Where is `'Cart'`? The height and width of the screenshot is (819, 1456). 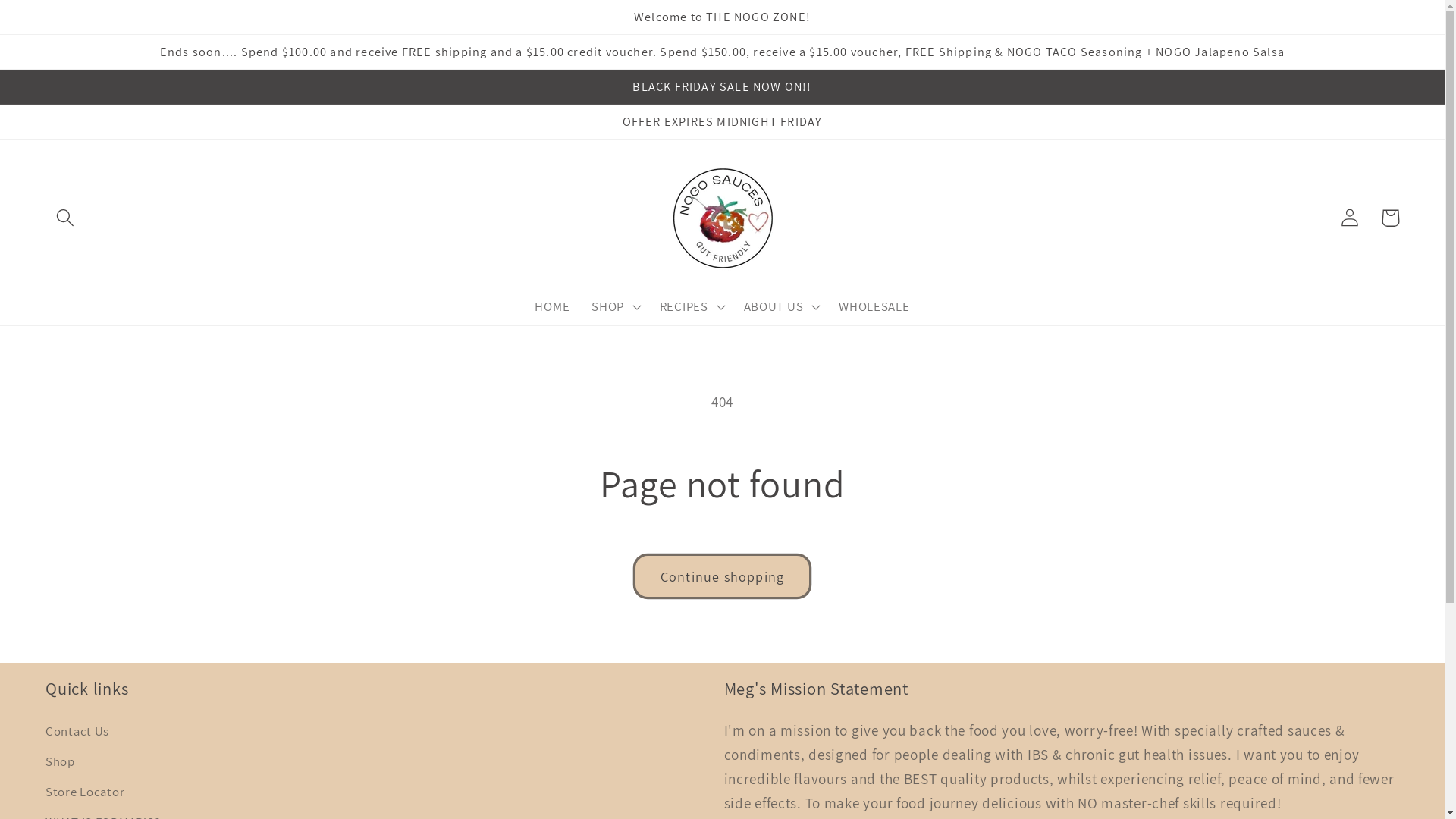 'Cart' is located at coordinates (1390, 218).